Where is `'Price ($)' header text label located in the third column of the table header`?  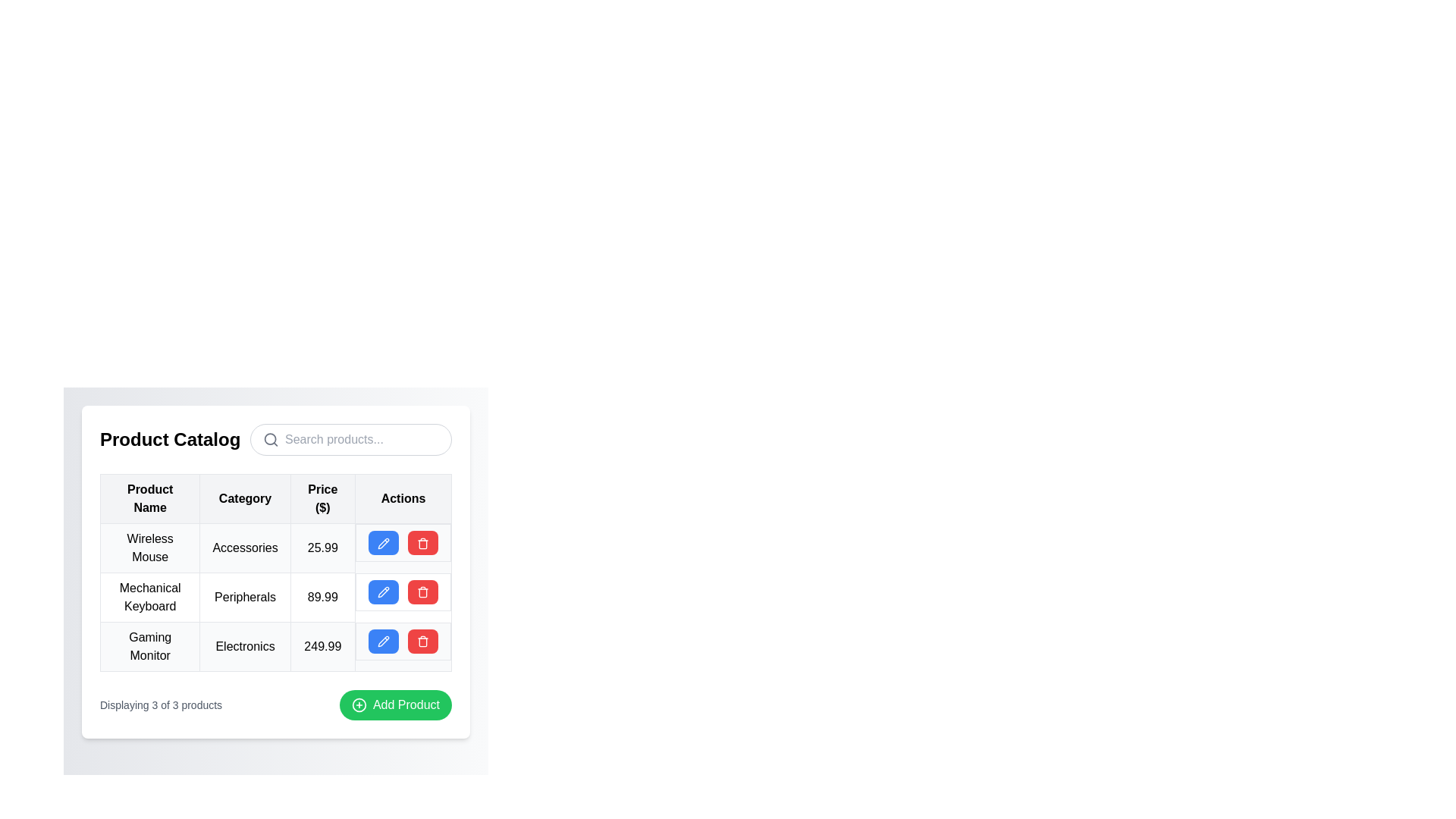 'Price ($)' header text label located in the third column of the table header is located at coordinates (322, 499).